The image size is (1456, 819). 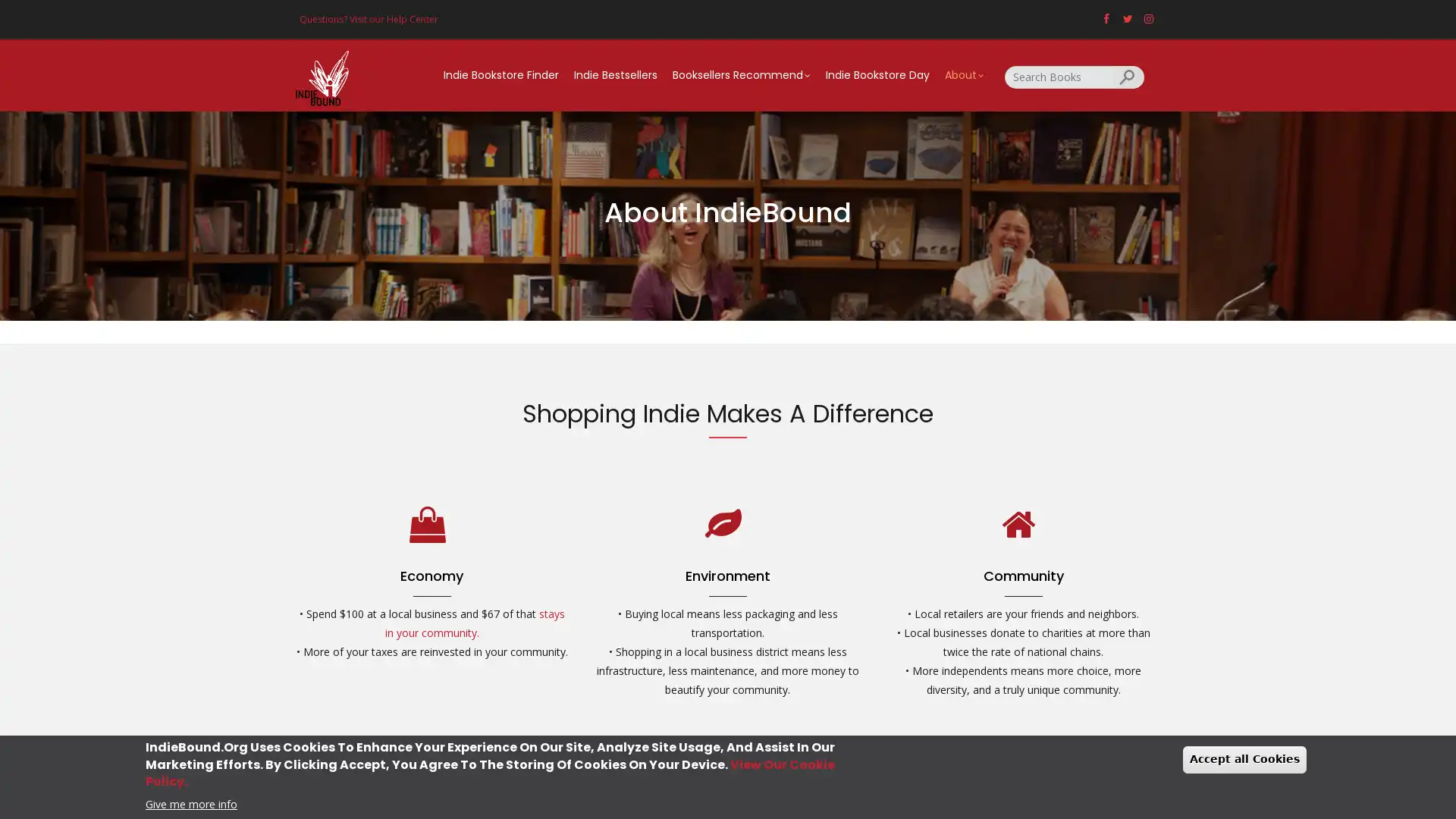 What do you see at coordinates (1128, 76) in the screenshot?
I see `Search` at bounding box center [1128, 76].